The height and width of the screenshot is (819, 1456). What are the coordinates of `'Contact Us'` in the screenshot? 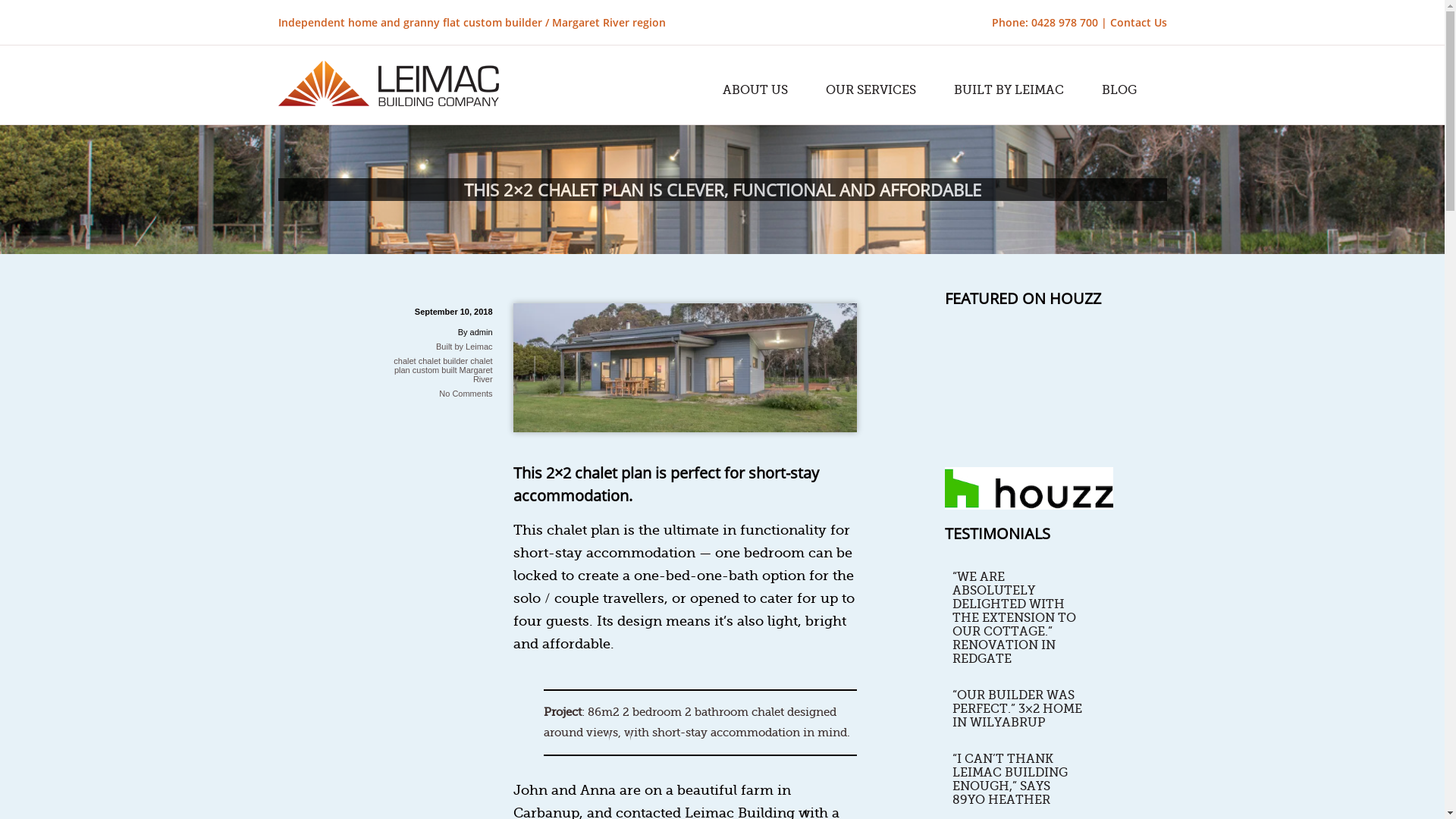 It's located at (1138, 22).